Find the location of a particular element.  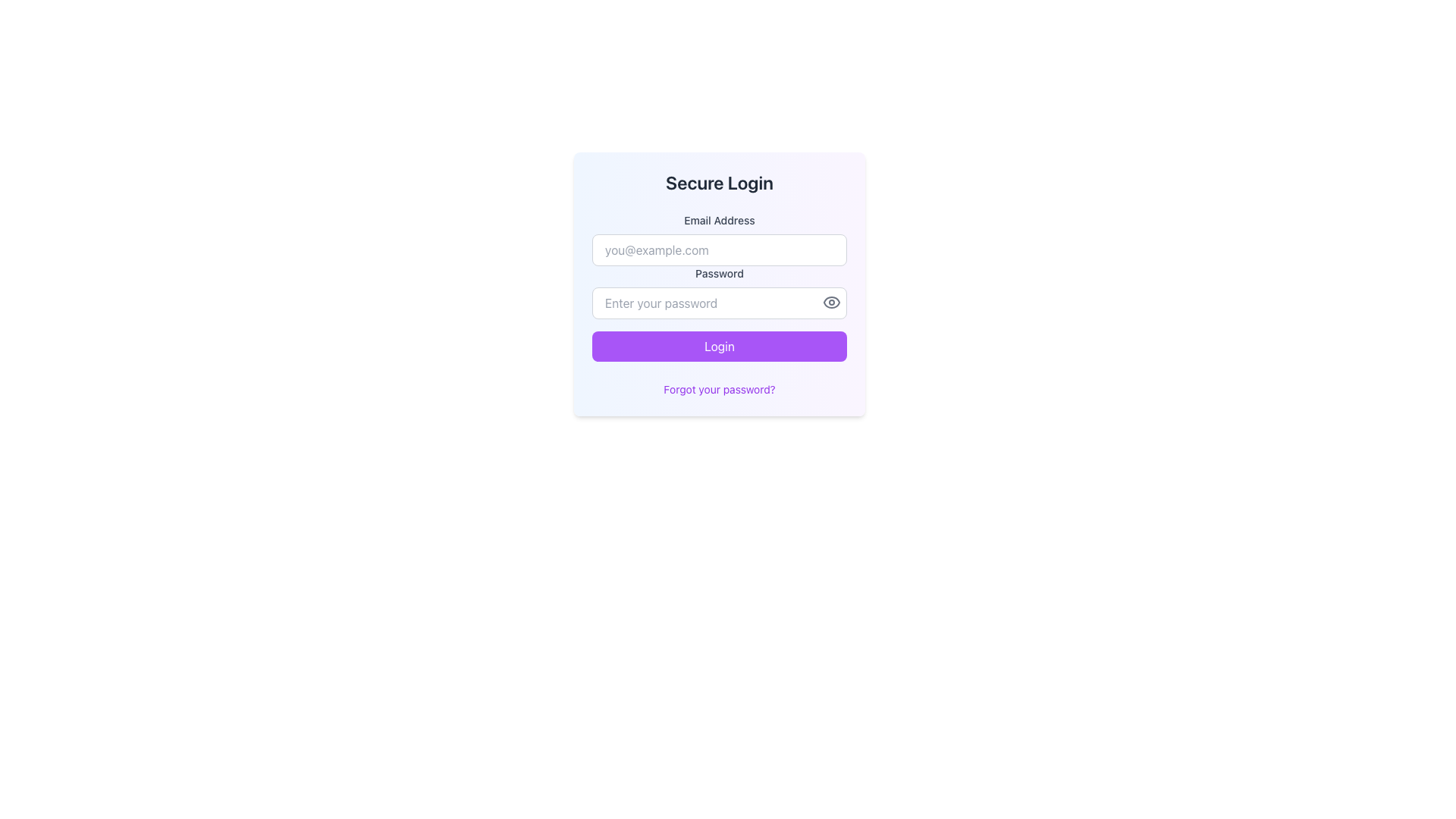

the hyperlink located at the bottom of the login form is located at coordinates (719, 388).